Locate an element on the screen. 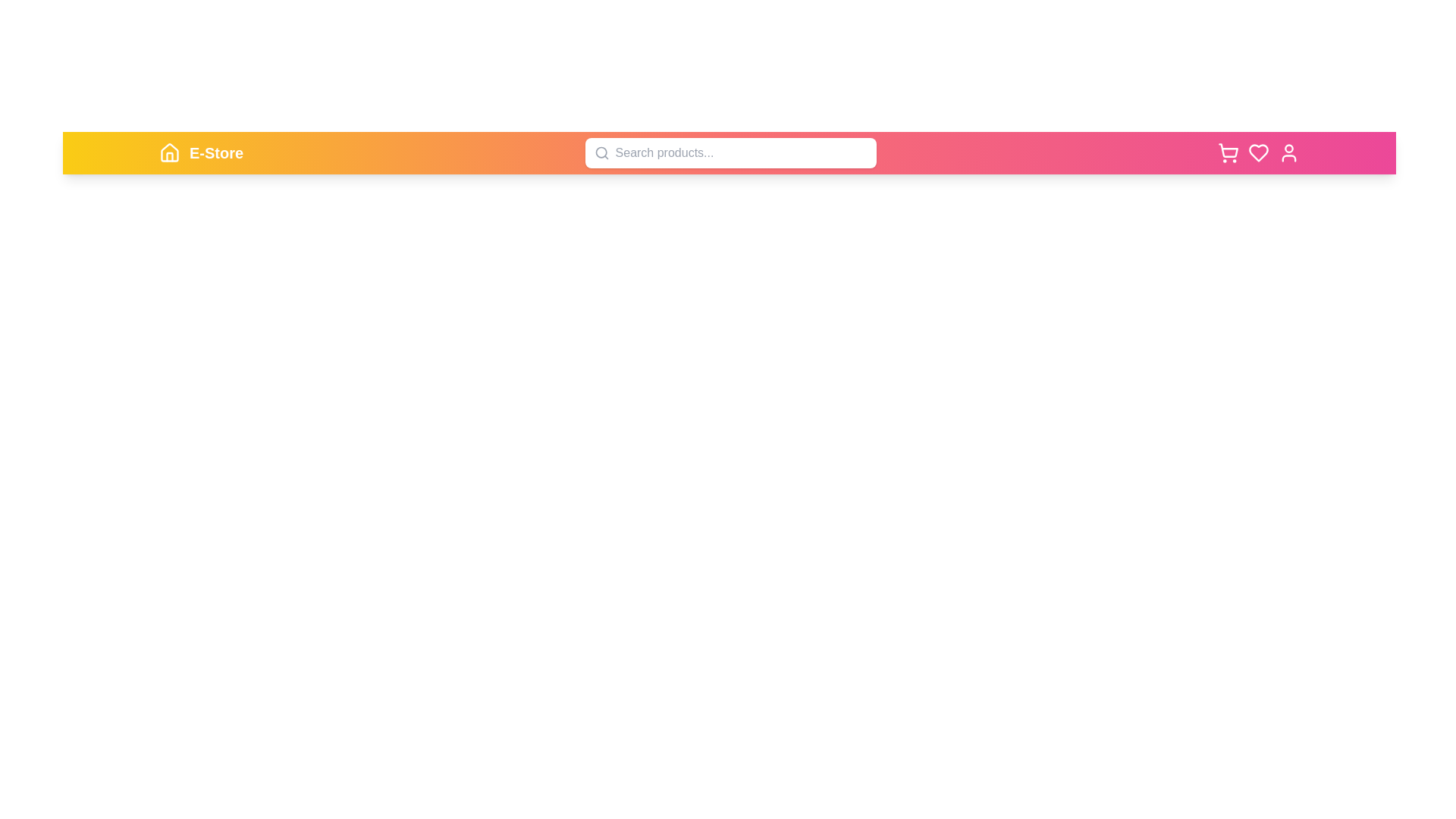  the 'E-Store' text in the navigation bar is located at coordinates (215, 152).